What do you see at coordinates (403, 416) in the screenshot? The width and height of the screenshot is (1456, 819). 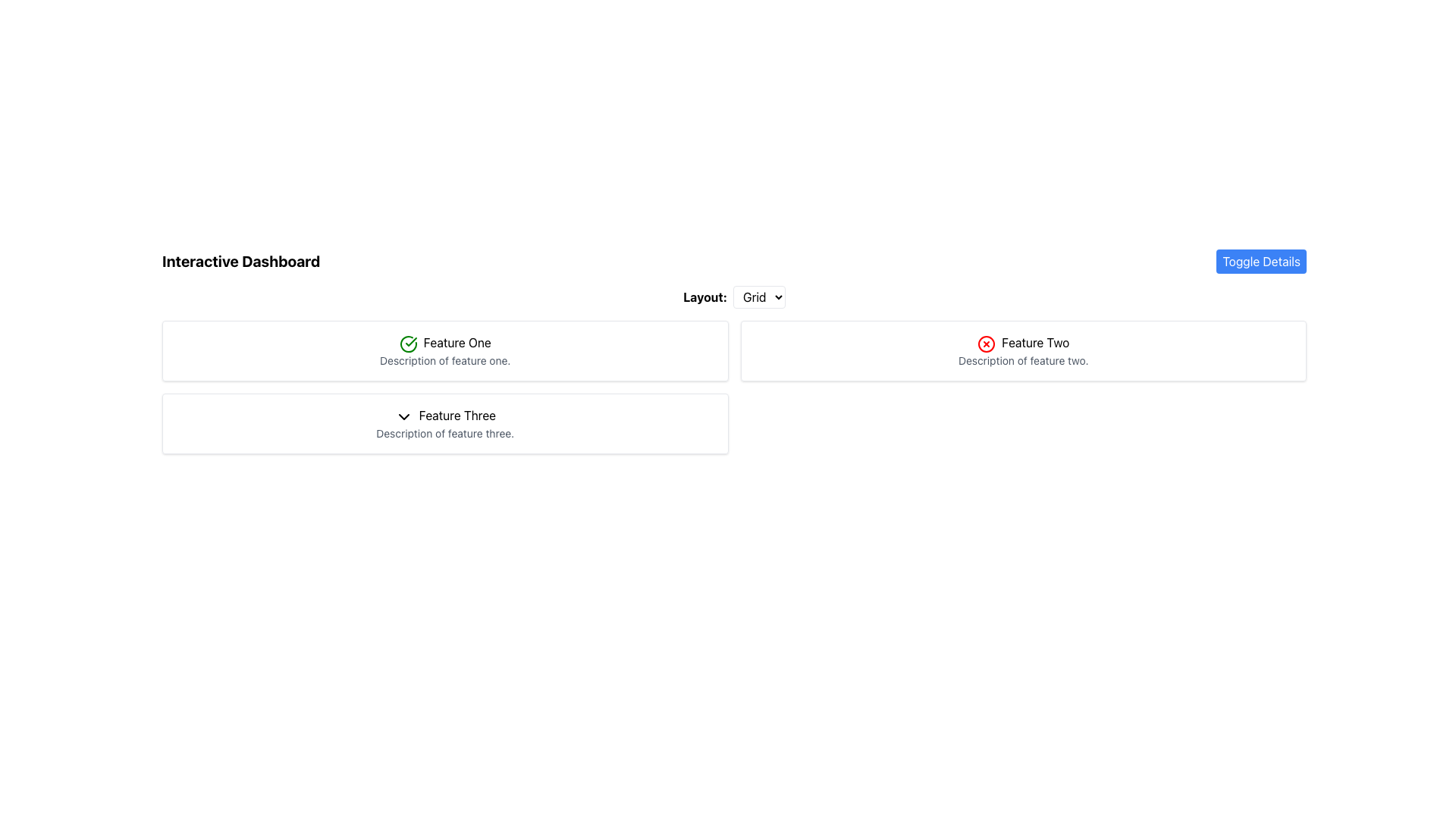 I see `the chevron-down icon in the 'Feature Three' block` at bounding box center [403, 416].